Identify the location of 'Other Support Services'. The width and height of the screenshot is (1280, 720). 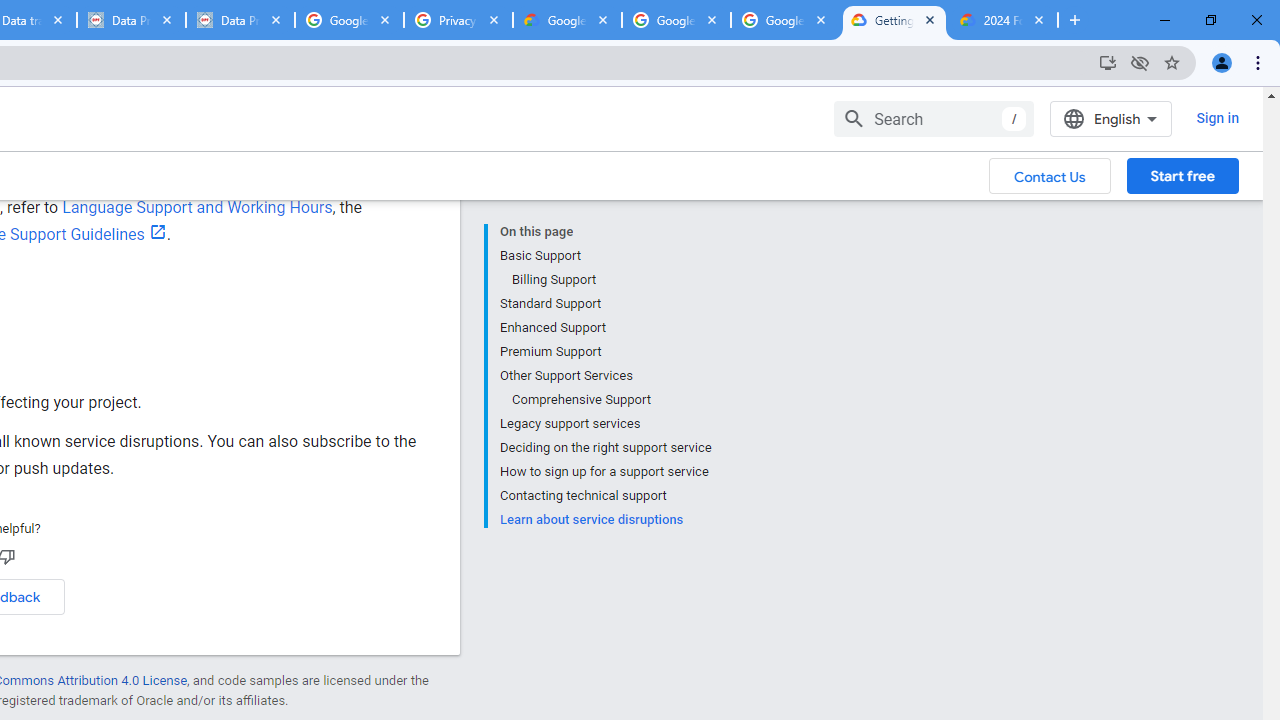
(604, 376).